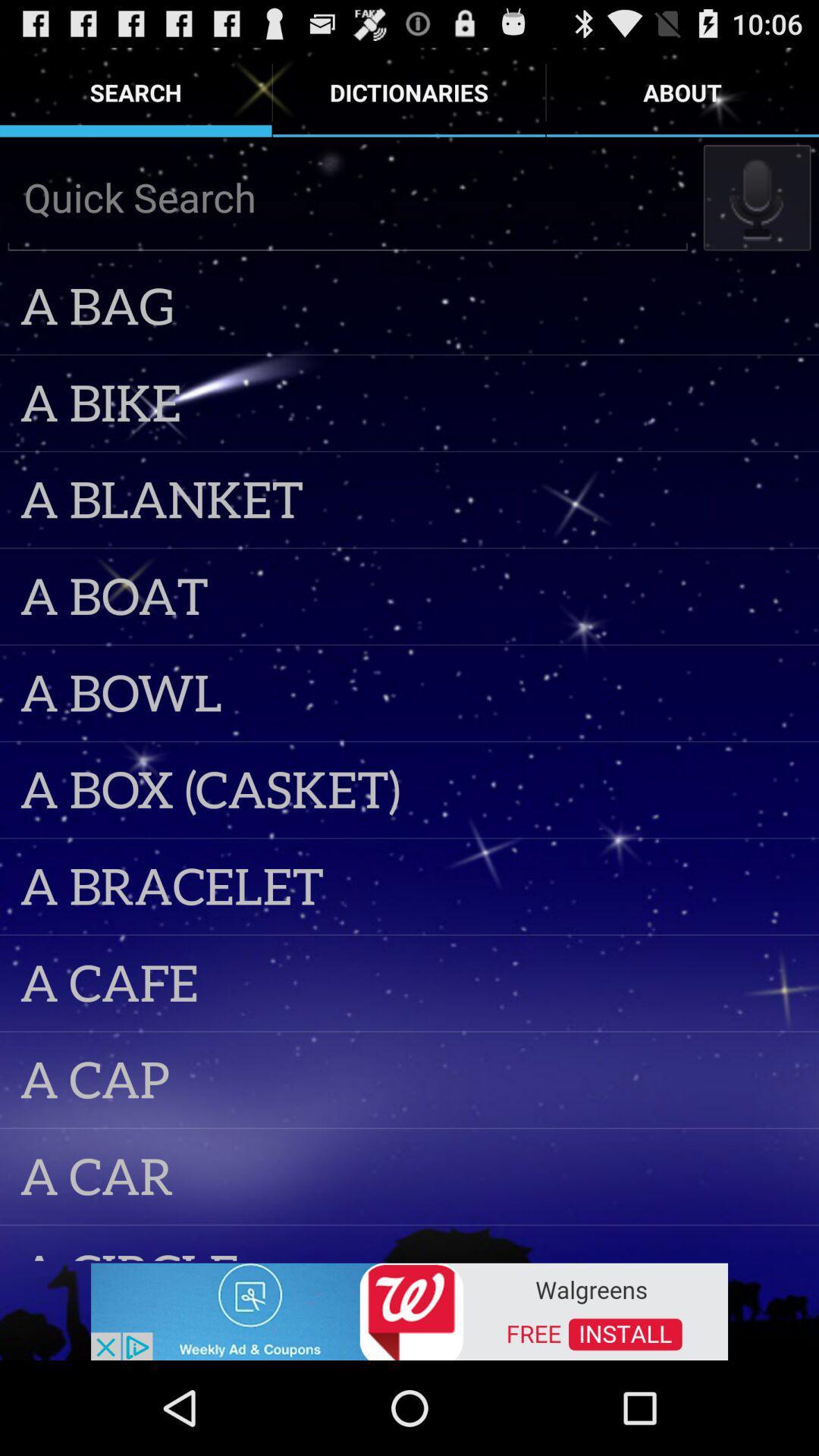 The image size is (819, 1456). What do you see at coordinates (757, 211) in the screenshot?
I see `the microphone icon` at bounding box center [757, 211].